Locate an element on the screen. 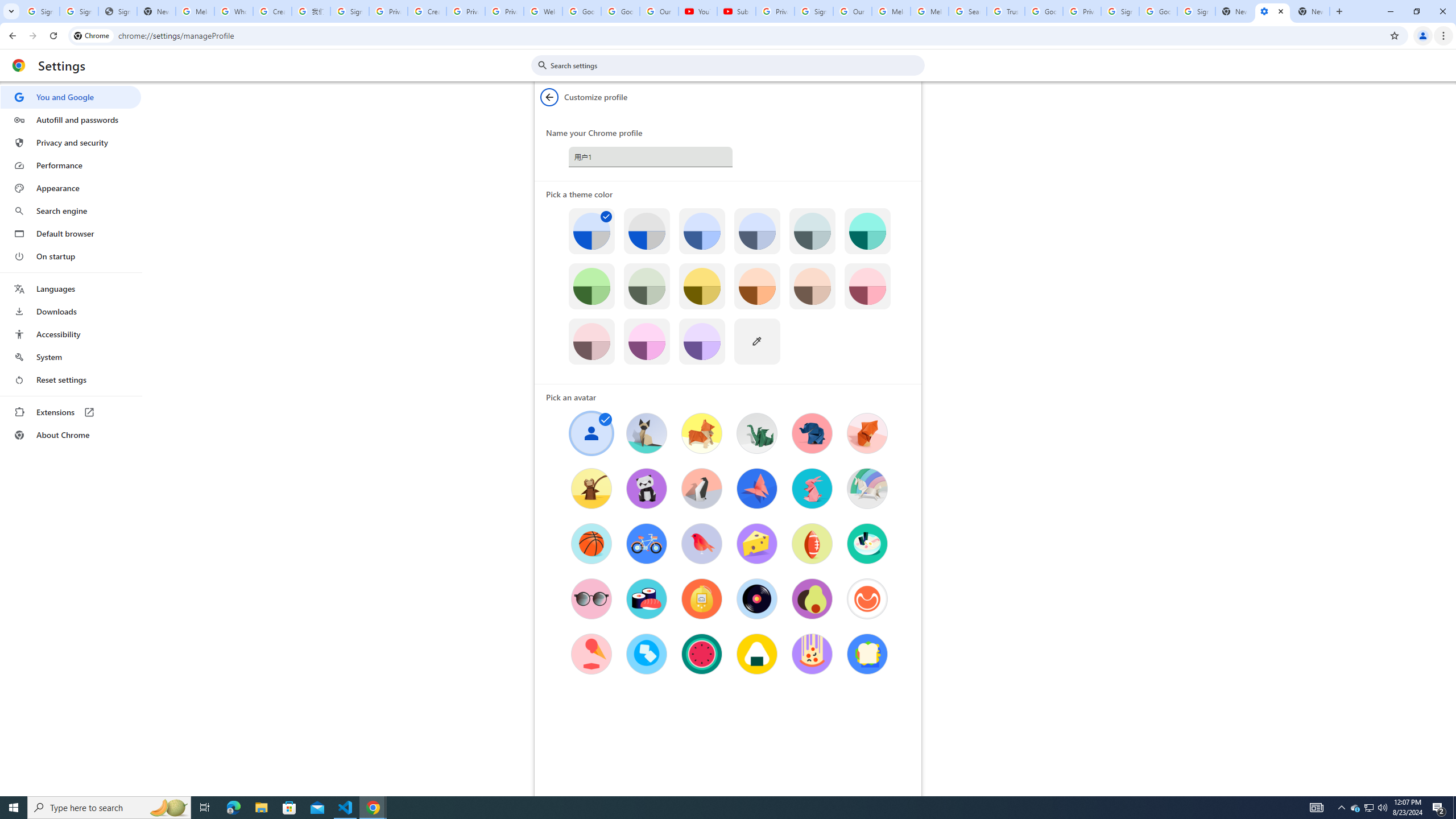 The height and width of the screenshot is (819, 1456). 'Welcome to My Activity' is located at coordinates (542, 11).